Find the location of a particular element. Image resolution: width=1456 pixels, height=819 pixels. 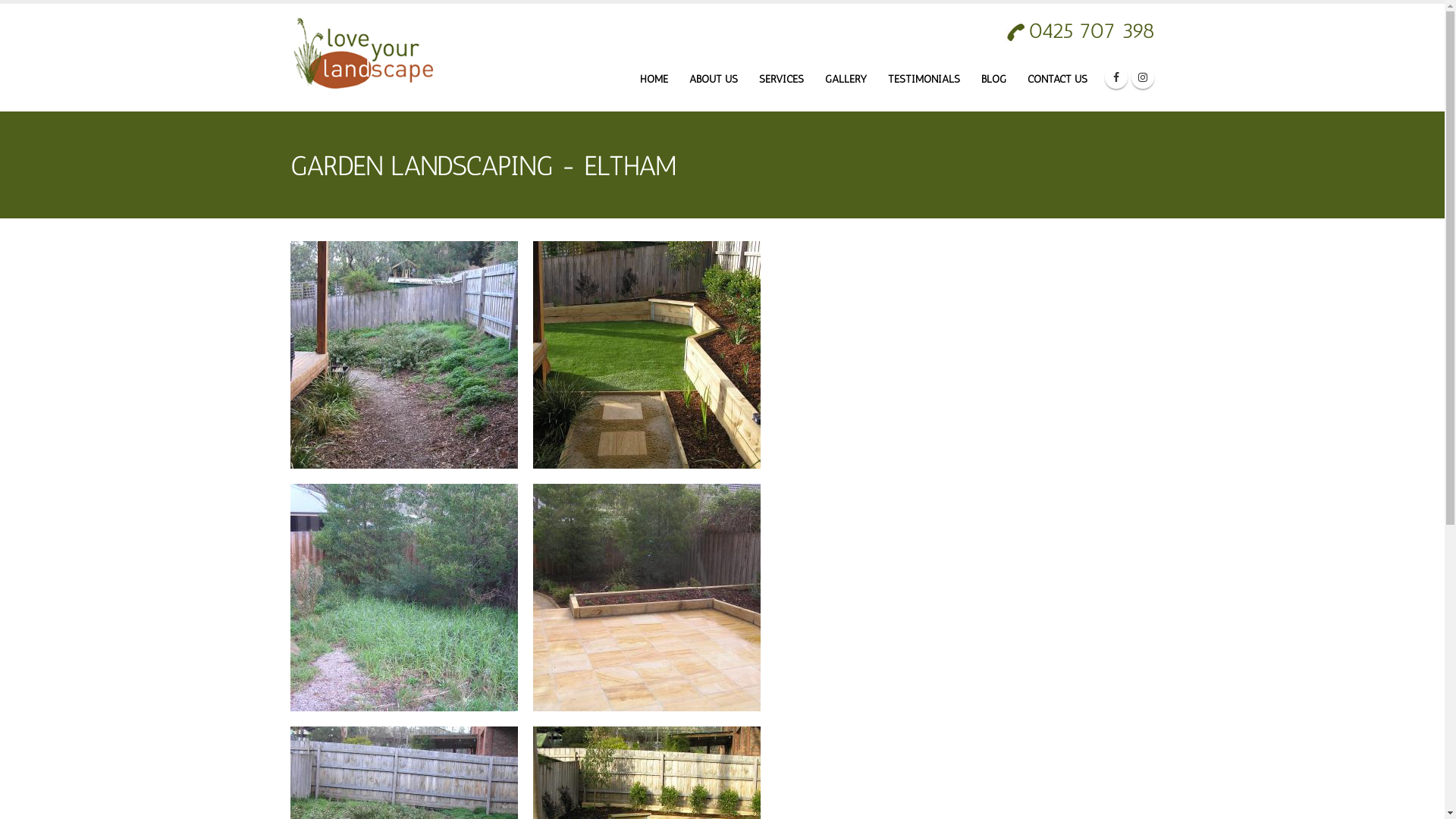

'CONTACT US' is located at coordinates (1056, 79).